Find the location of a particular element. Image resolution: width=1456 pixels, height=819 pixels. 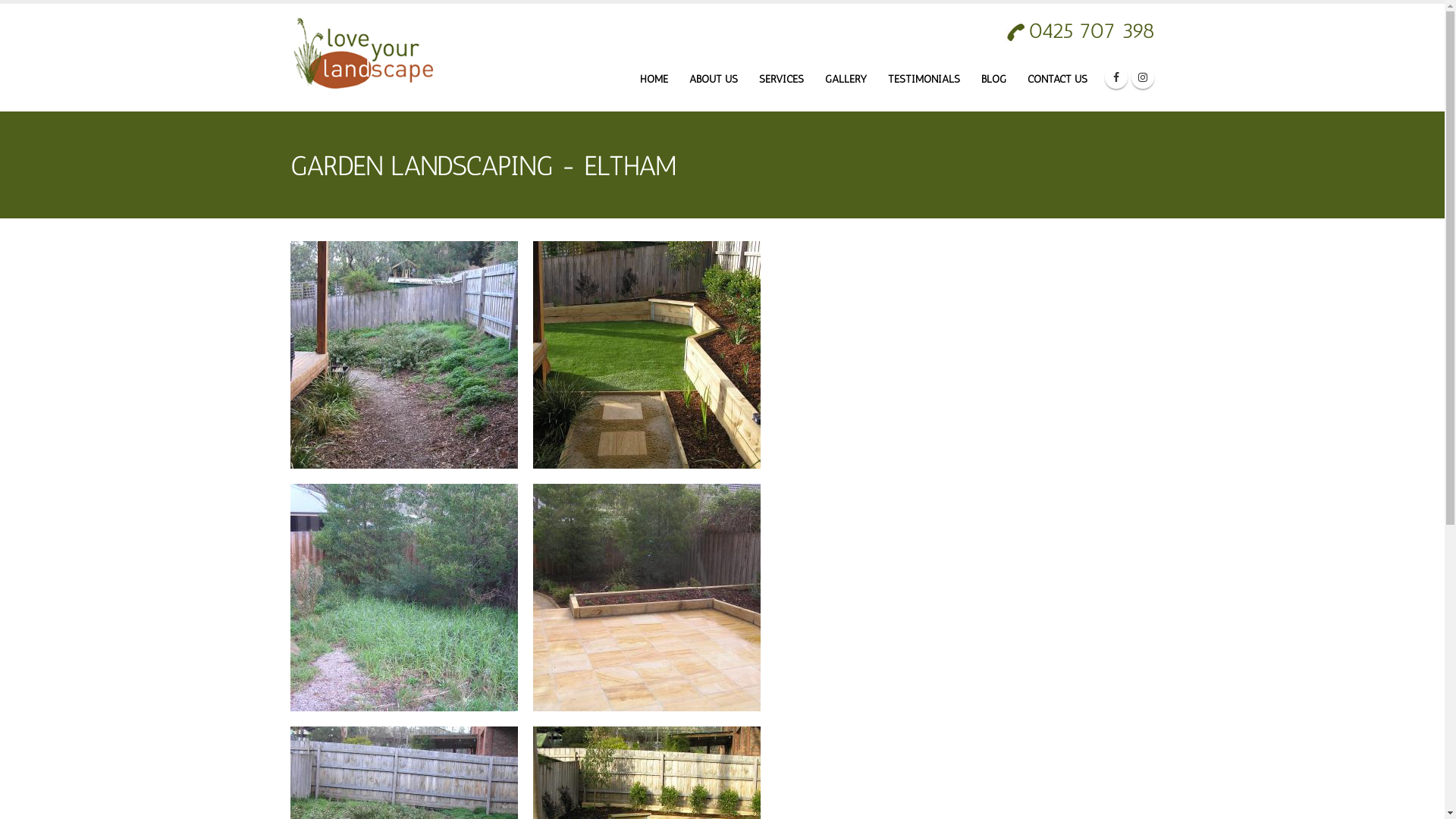

'CONTACT US' is located at coordinates (1056, 79).